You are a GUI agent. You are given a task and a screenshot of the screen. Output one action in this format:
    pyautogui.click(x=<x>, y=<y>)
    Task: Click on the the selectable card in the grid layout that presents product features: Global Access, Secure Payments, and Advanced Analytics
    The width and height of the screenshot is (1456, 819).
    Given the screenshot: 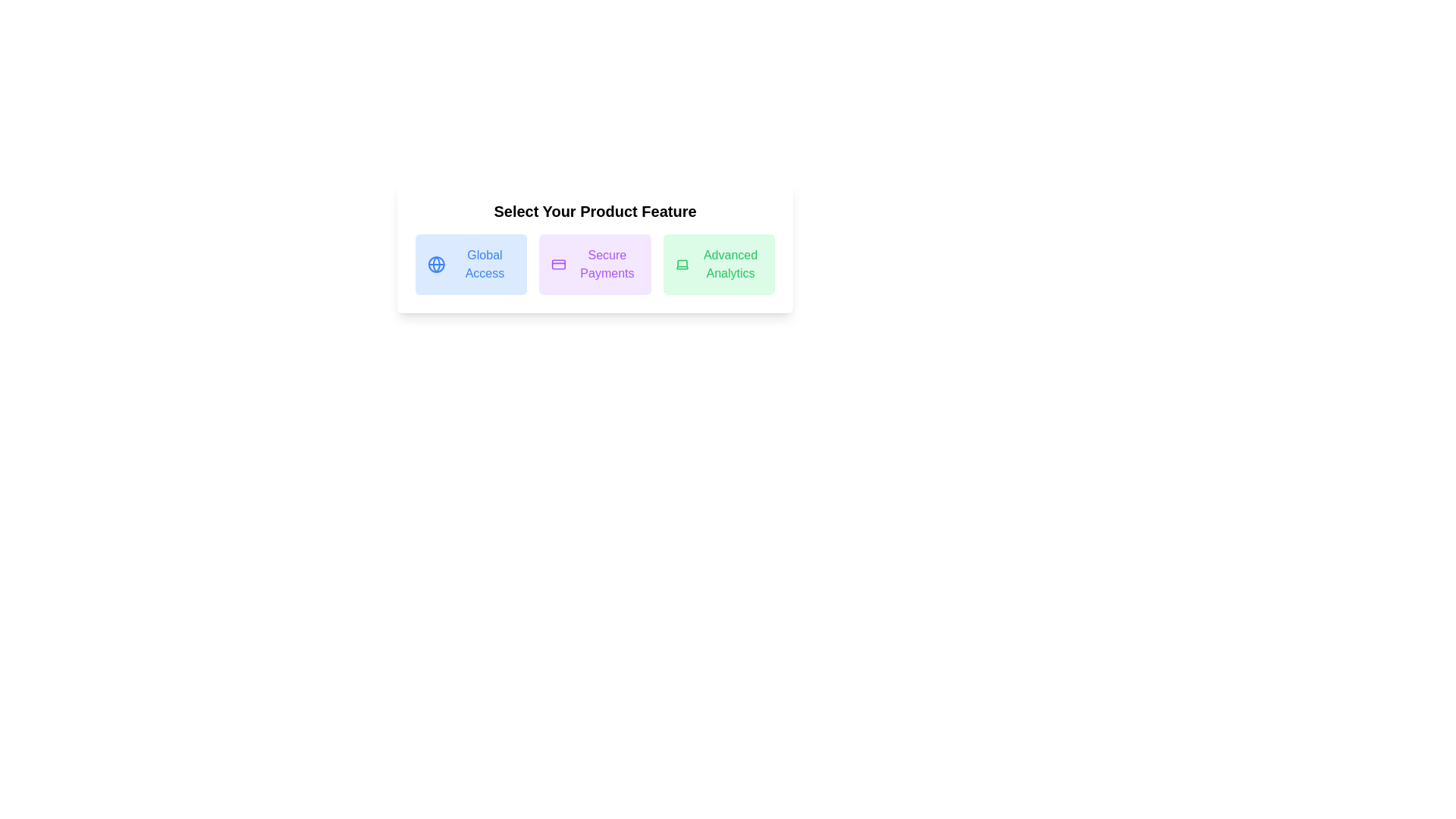 What is the action you would take?
    pyautogui.click(x=595, y=263)
    